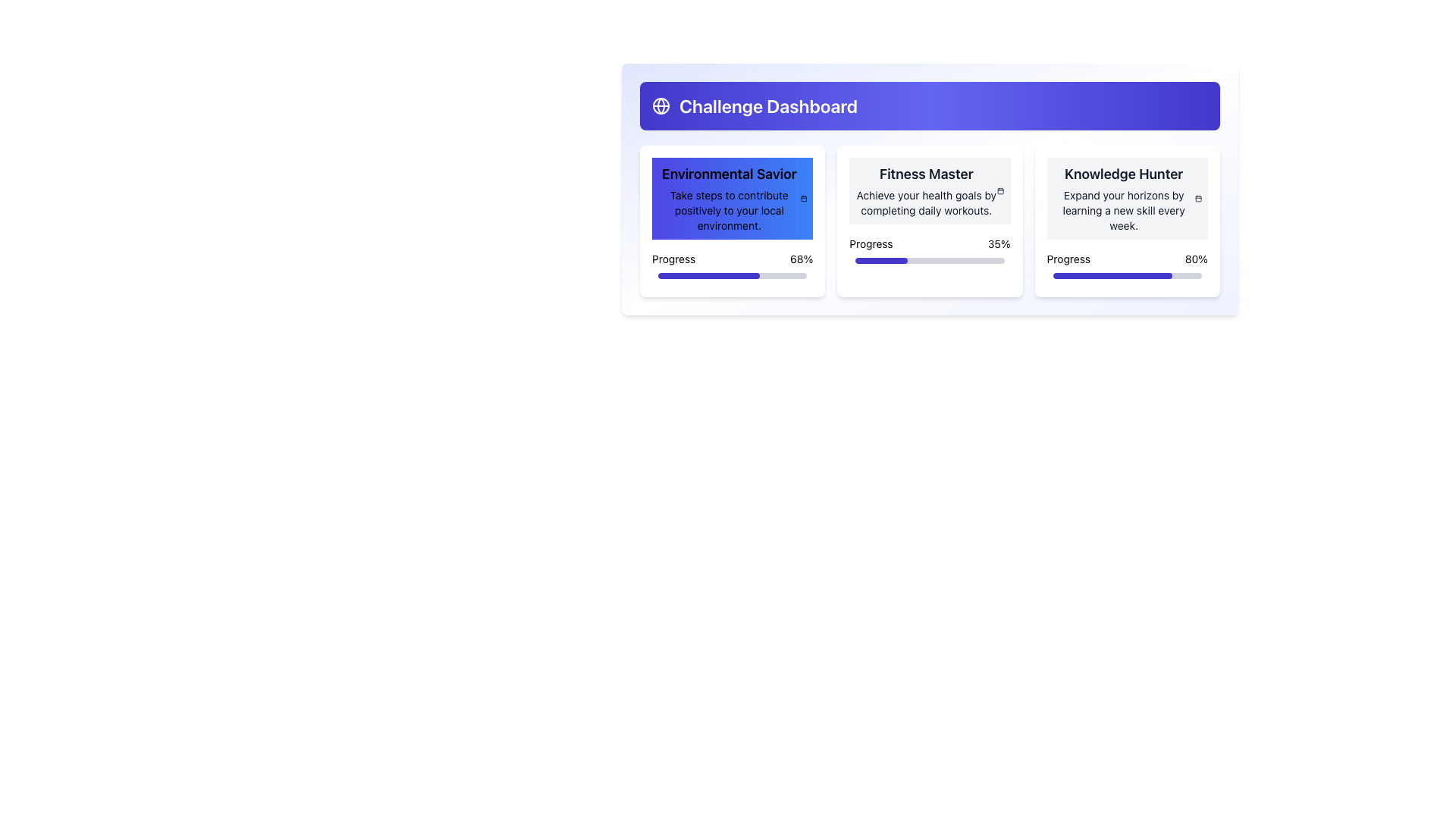 This screenshot has width=1456, height=819. Describe the element at coordinates (1112, 275) in the screenshot. I see `the horizontal progress bar styled with a dark indigo fill representing 80% completion, located within the 'Knowledge Hunter' card, below the 'Progress' label and adjacent to the '80%' text` at that location.